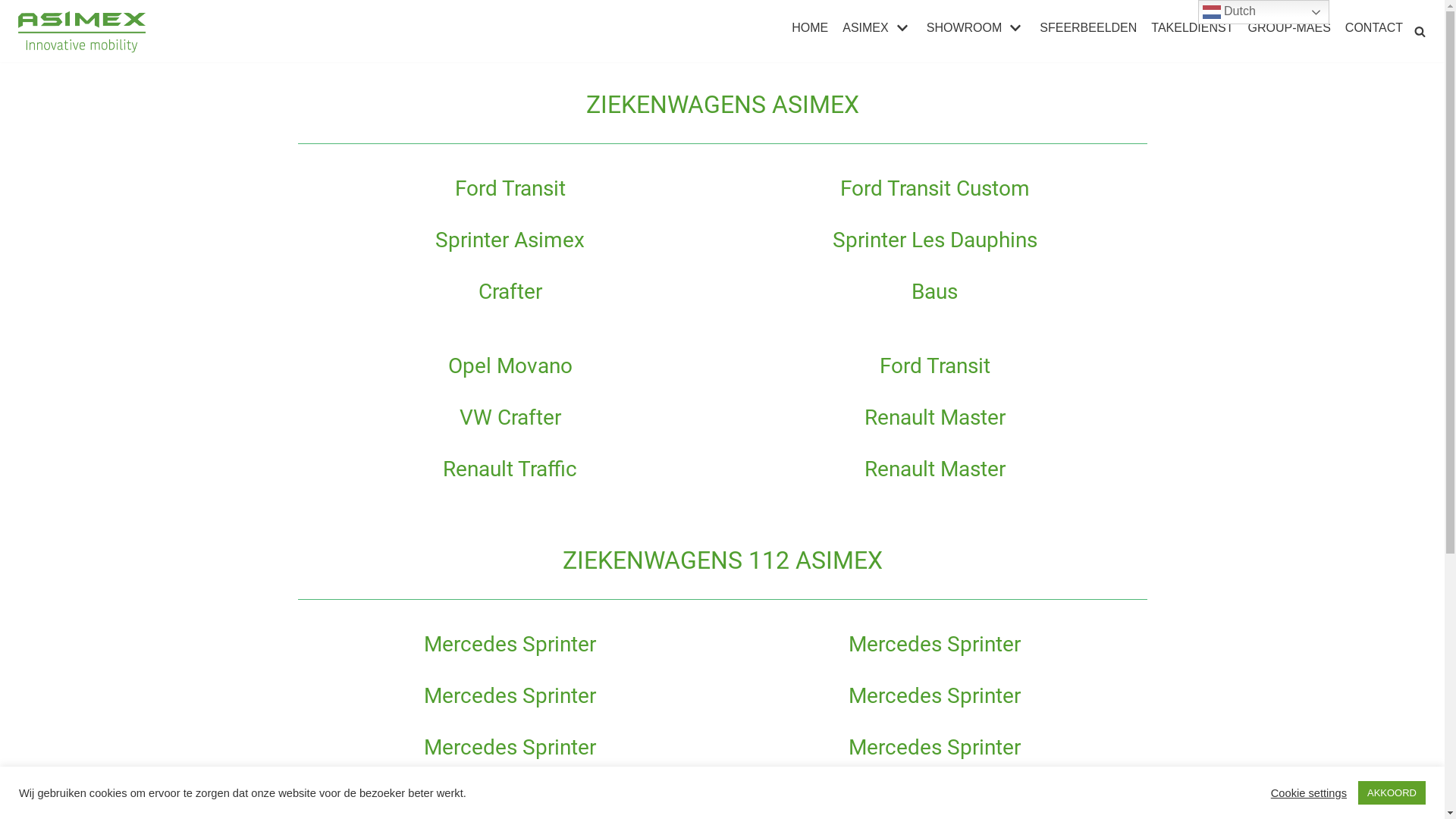 This screenshot has width=1456, height=819. What do you see at coordinates (0, 8) in the screenshot?
I see `'Spring naar de inhoud'` at bounding box center [0, 8].